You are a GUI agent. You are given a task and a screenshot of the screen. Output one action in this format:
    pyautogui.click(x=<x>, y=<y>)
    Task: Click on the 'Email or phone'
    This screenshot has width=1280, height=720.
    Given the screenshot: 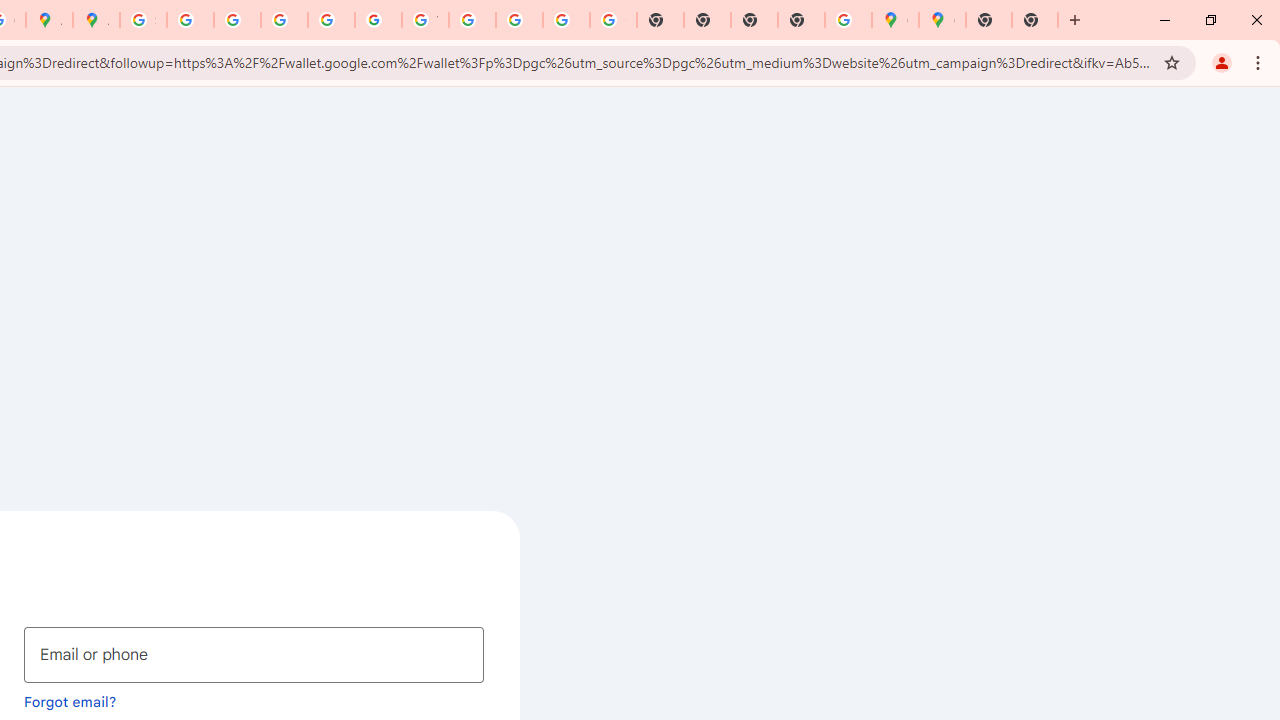 What is the action you would take?
    pyautogui.click(x=253, y=654)
    